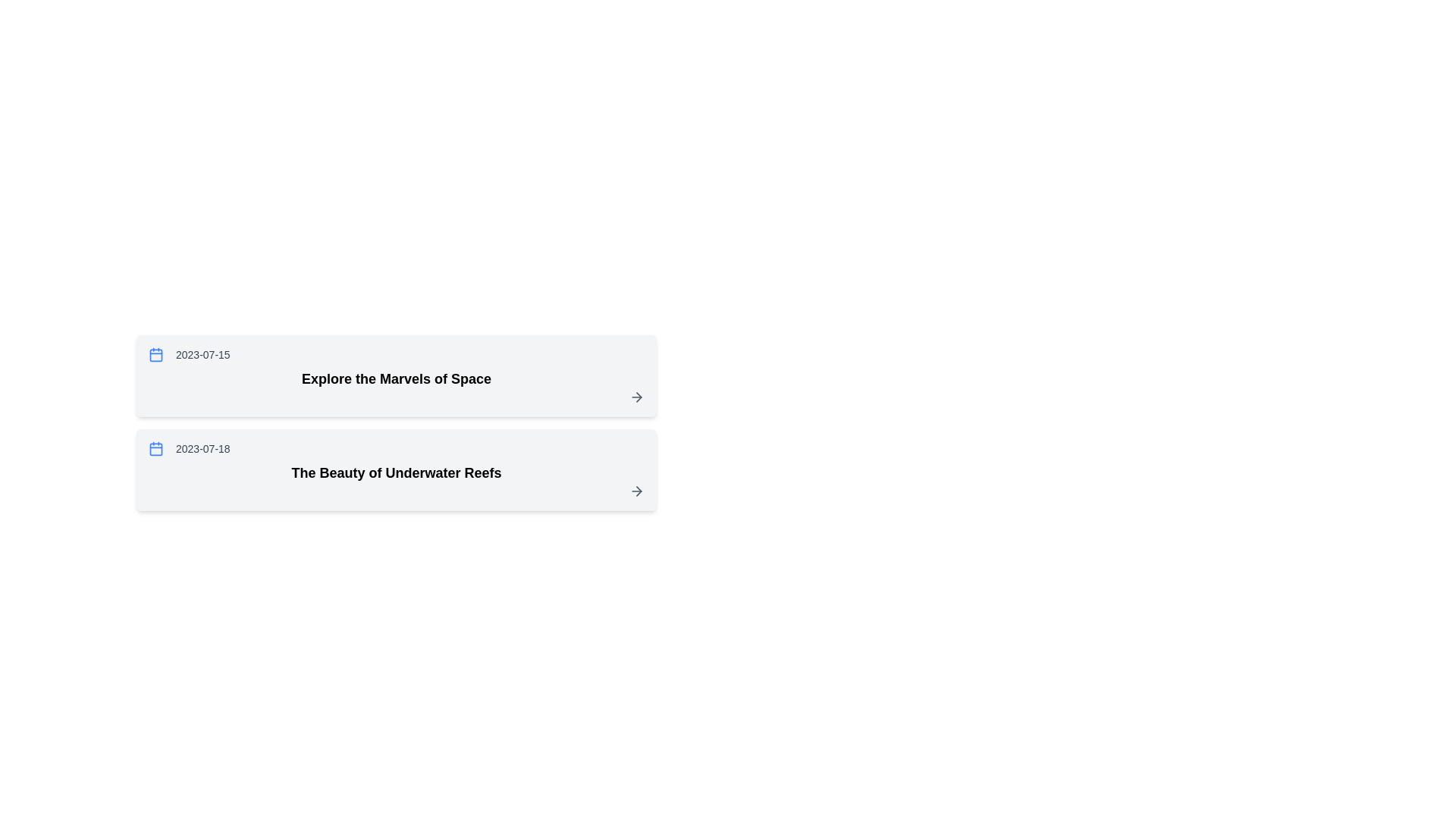  What do you see at coordinates (397, 378) in the screenshot?
I see `text content of the Text Block displaying 'Explore the Marvels of Space', which is styled prominently and located below the date label '2023-07-15'` at bounding box center [397, 378].